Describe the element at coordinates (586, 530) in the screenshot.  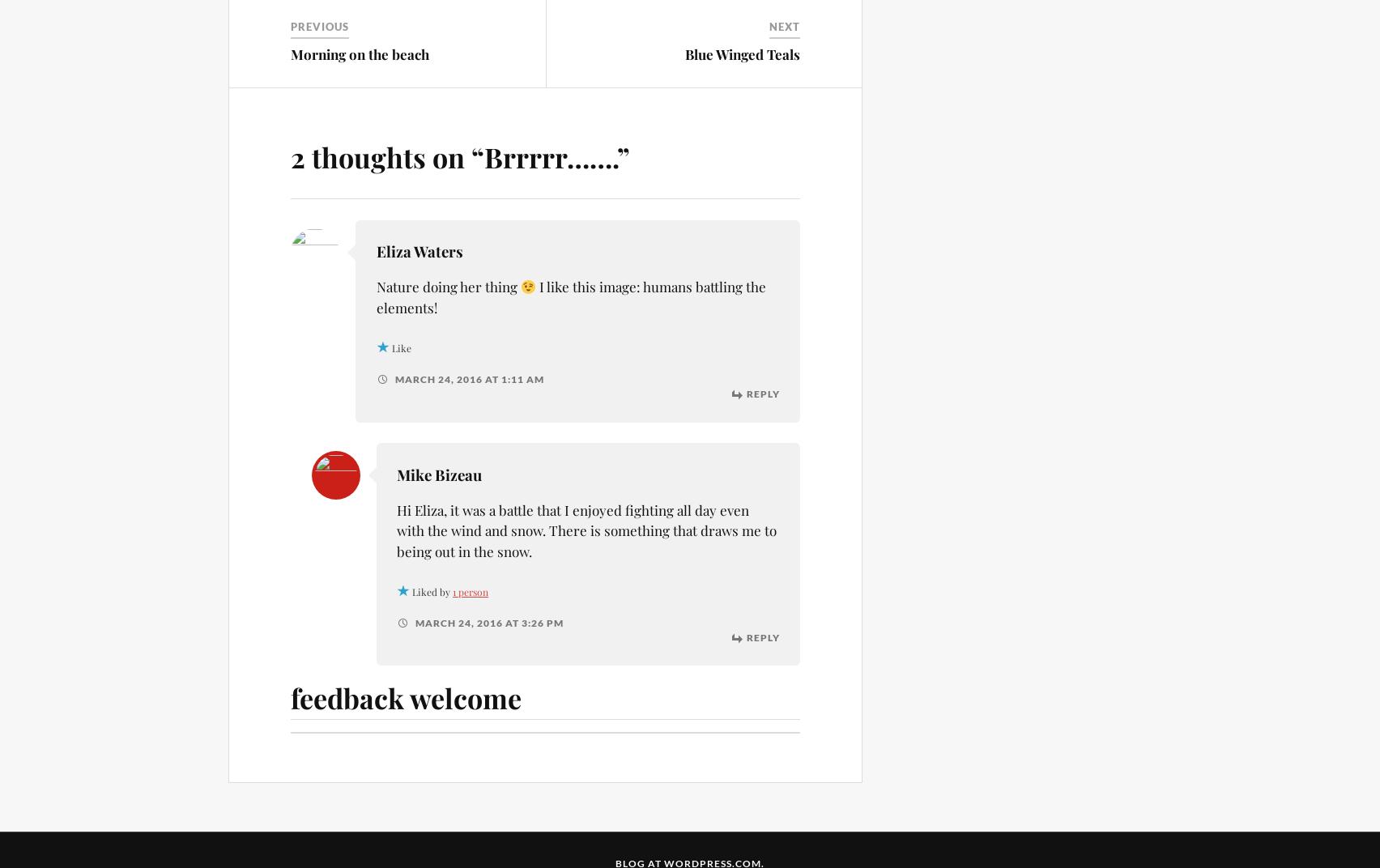
I see `'Hi Eliza, it was a battle that I enjoyed fighting all day even with the wind and snow. There is something that draws me to being out in the snow.'` at that location.